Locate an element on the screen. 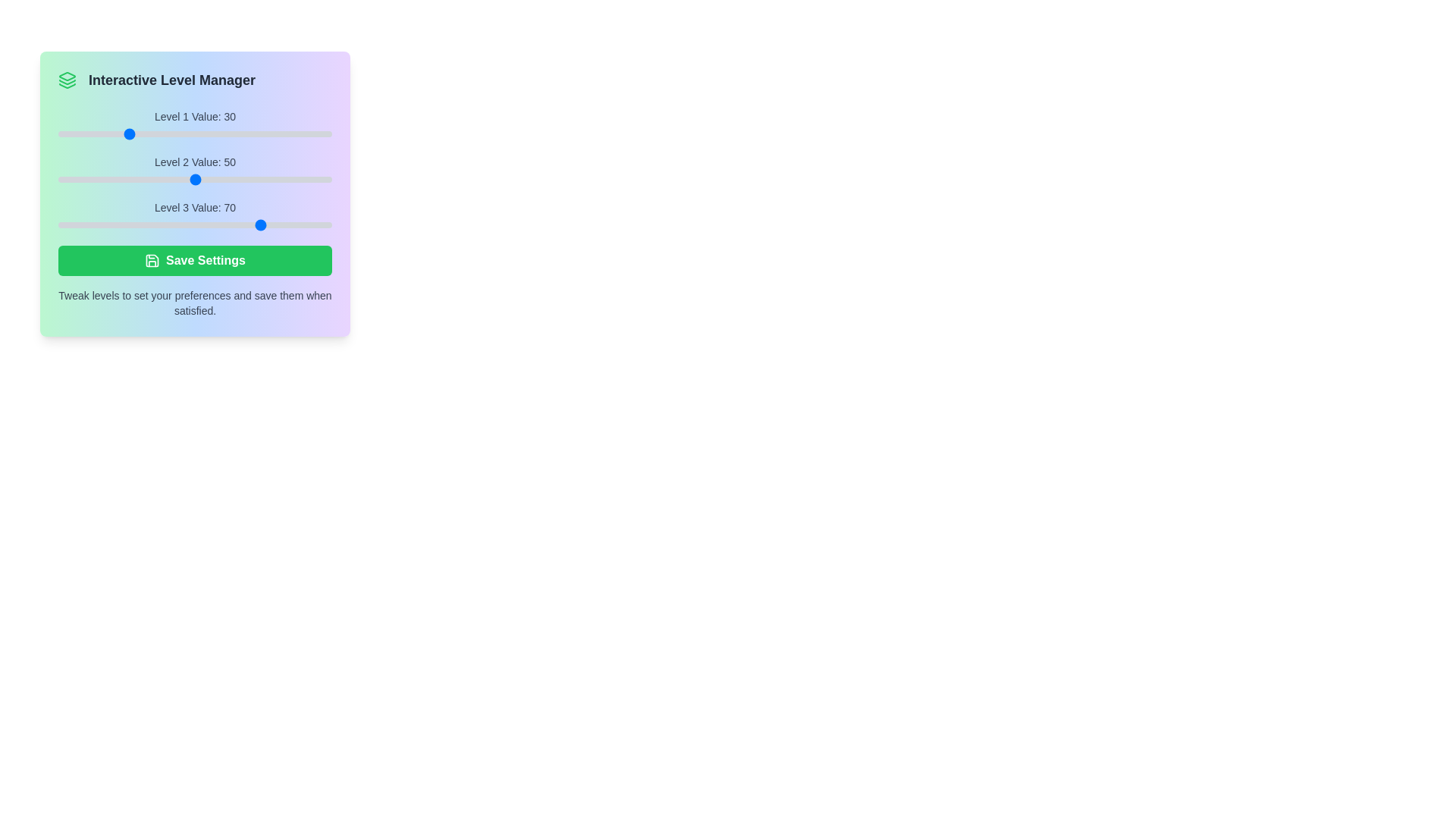 This screenshot has width=1456, height=819. the green icon located on the leftmost side of the header labeled 'Interactive Level Manager' is located at coordinates (67, 80).